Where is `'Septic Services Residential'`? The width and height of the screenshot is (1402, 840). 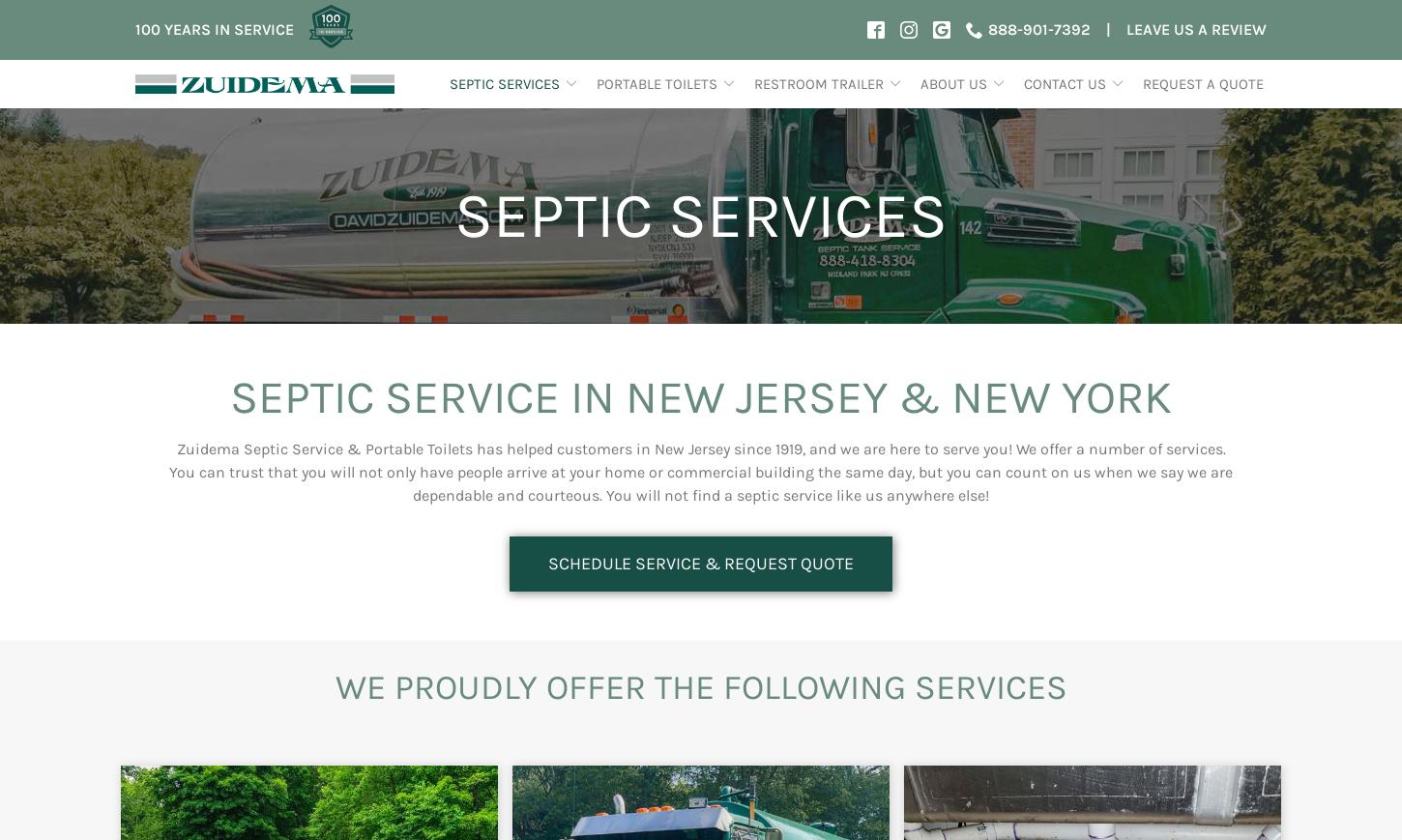 'Septic Services Residential' is located at coordinates (463, 693).